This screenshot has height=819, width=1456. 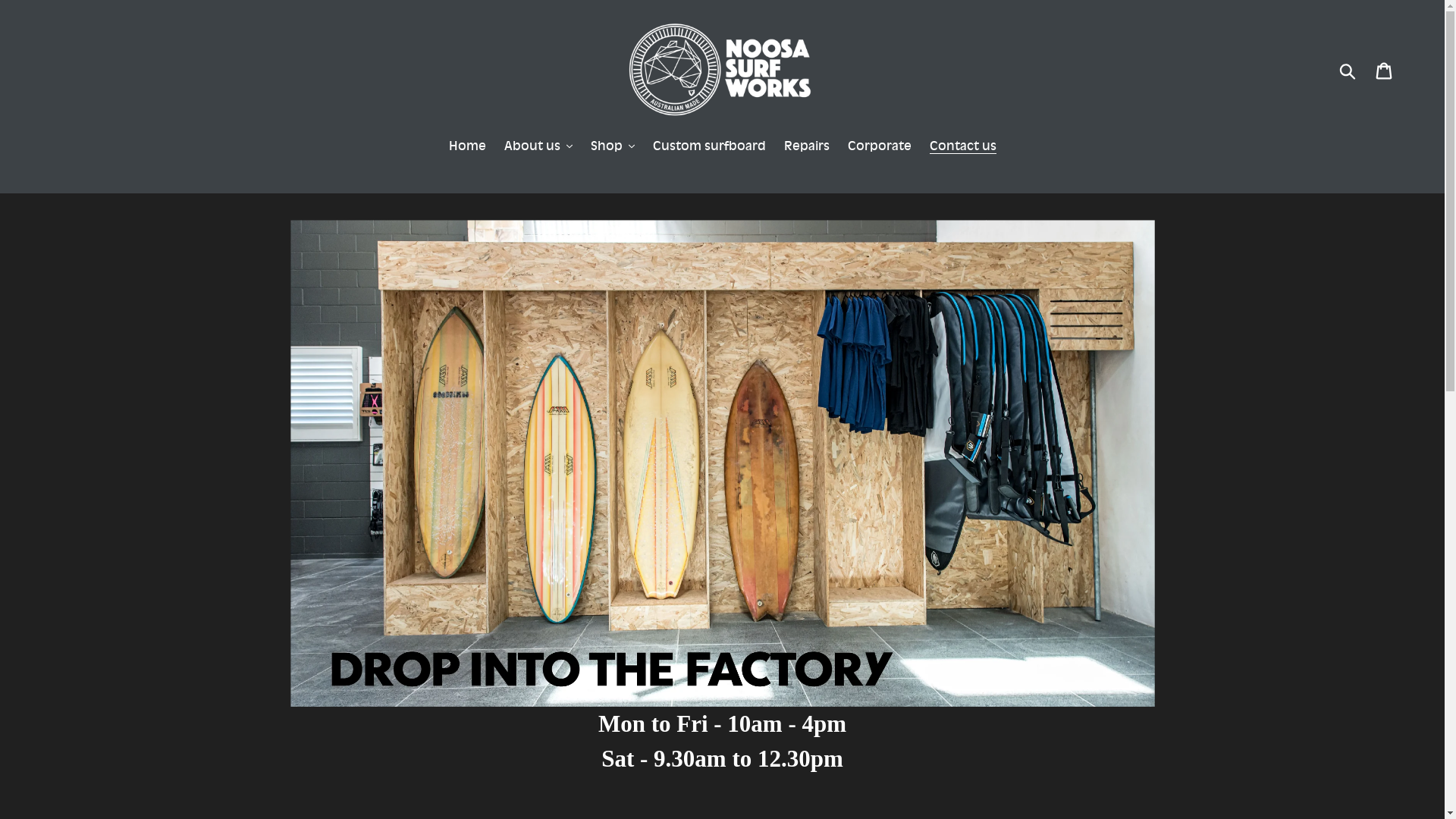 What do you see at coordinates (466, 146) in the screenshot?
I see `'Home'` at bounding box center [466, 146].